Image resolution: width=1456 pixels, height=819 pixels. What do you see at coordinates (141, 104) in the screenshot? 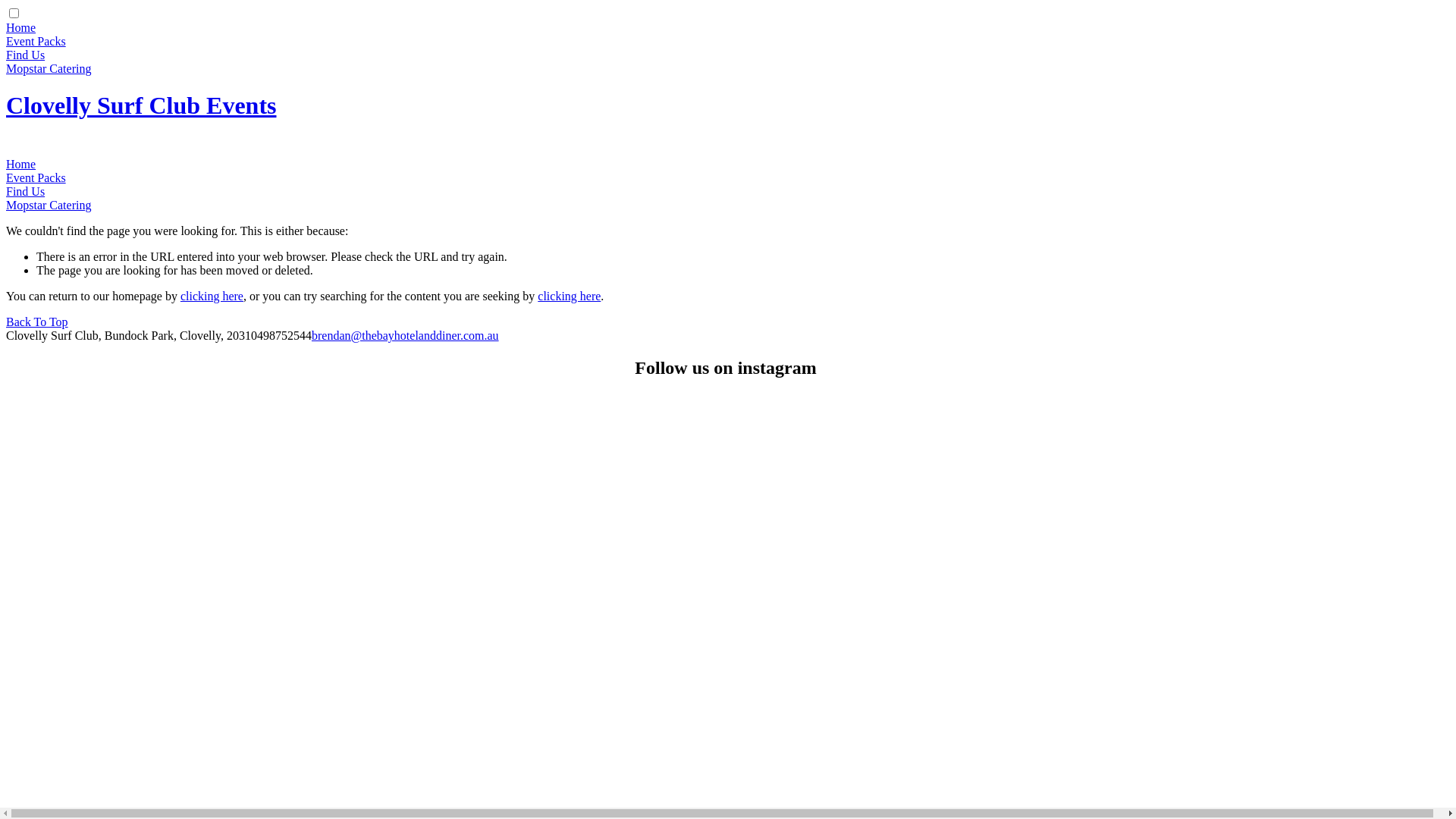
I see `'Clovelly Surf Club Events'` at bounding box center [141, 104].